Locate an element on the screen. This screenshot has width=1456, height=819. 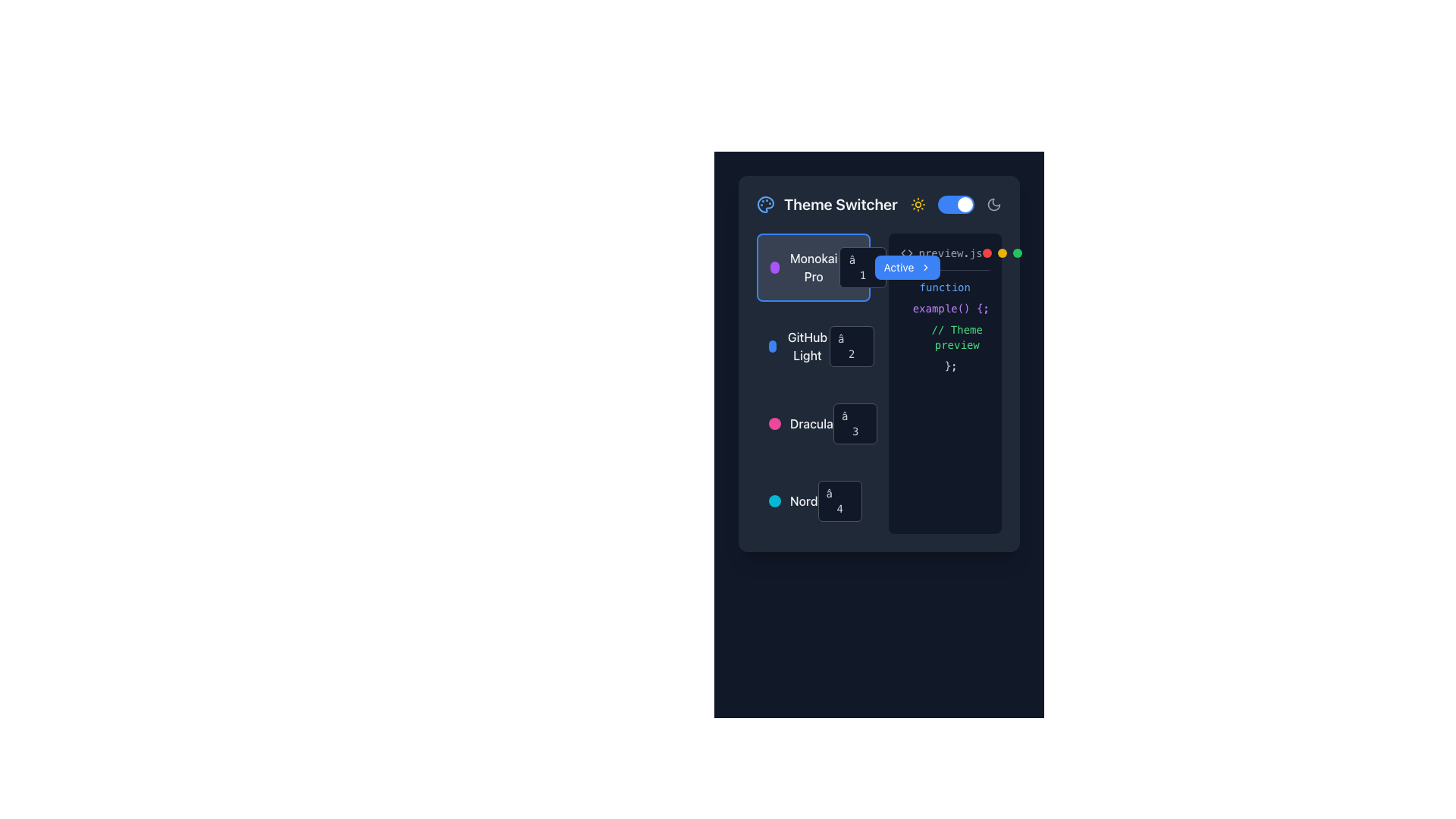
the leftmost circular indicator that suggests an active or error state, located towards the upper-right of the interface is located at coordinates (987, 253).